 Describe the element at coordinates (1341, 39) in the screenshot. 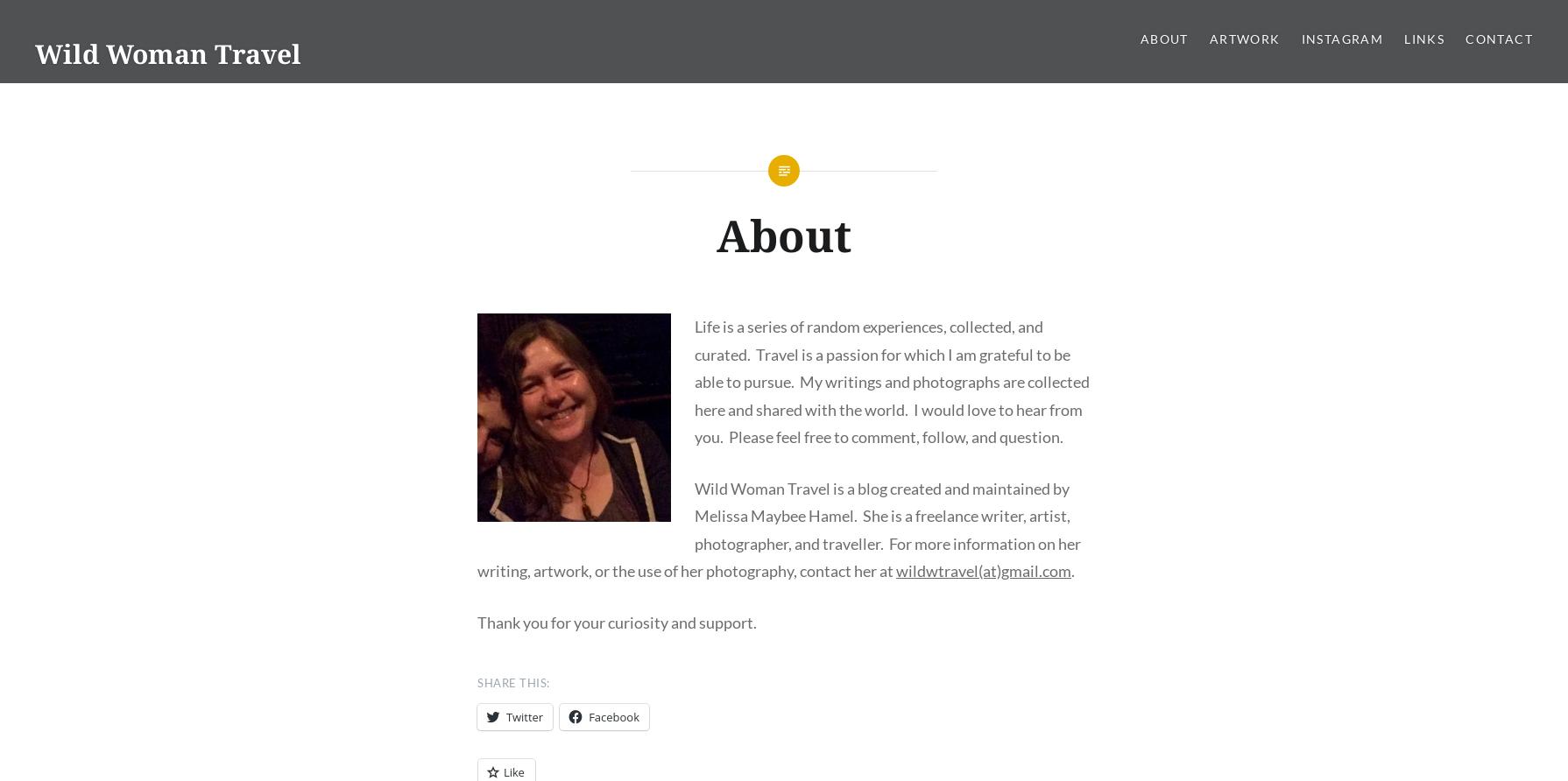

I see `'Instagram'` at that location.